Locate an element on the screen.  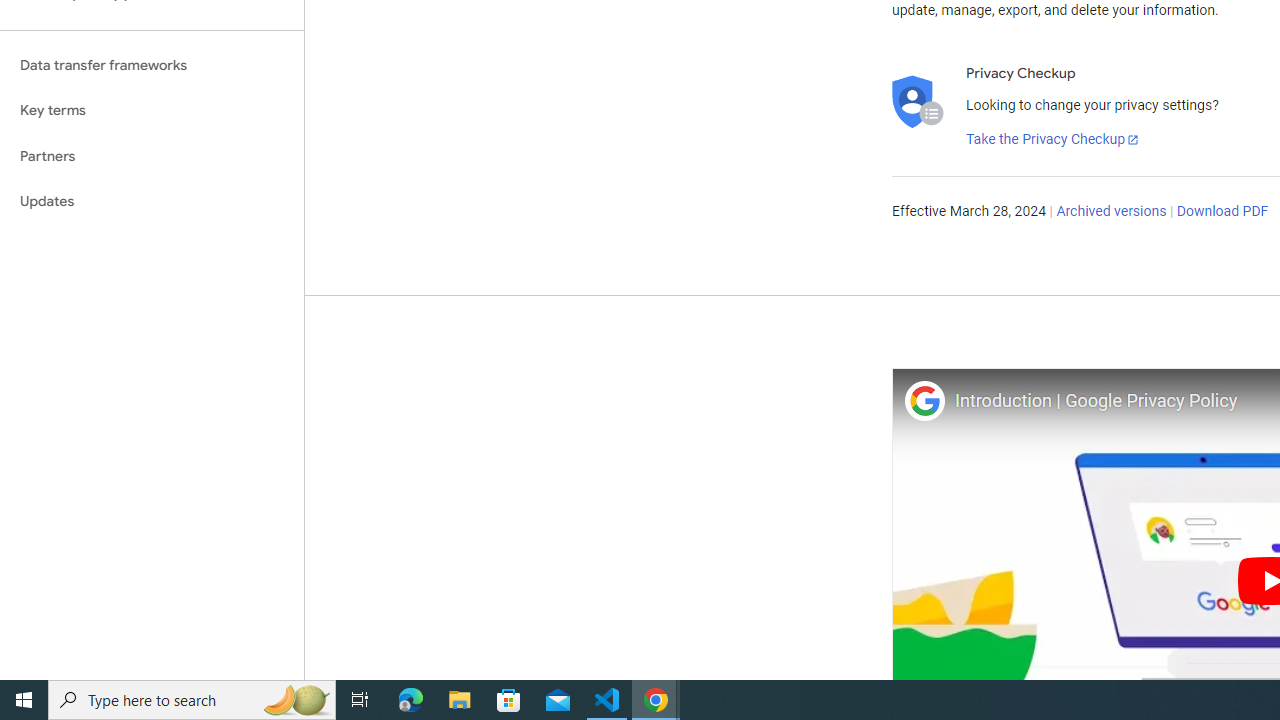
'Download PDF' is located at coordinates (1221, 212).